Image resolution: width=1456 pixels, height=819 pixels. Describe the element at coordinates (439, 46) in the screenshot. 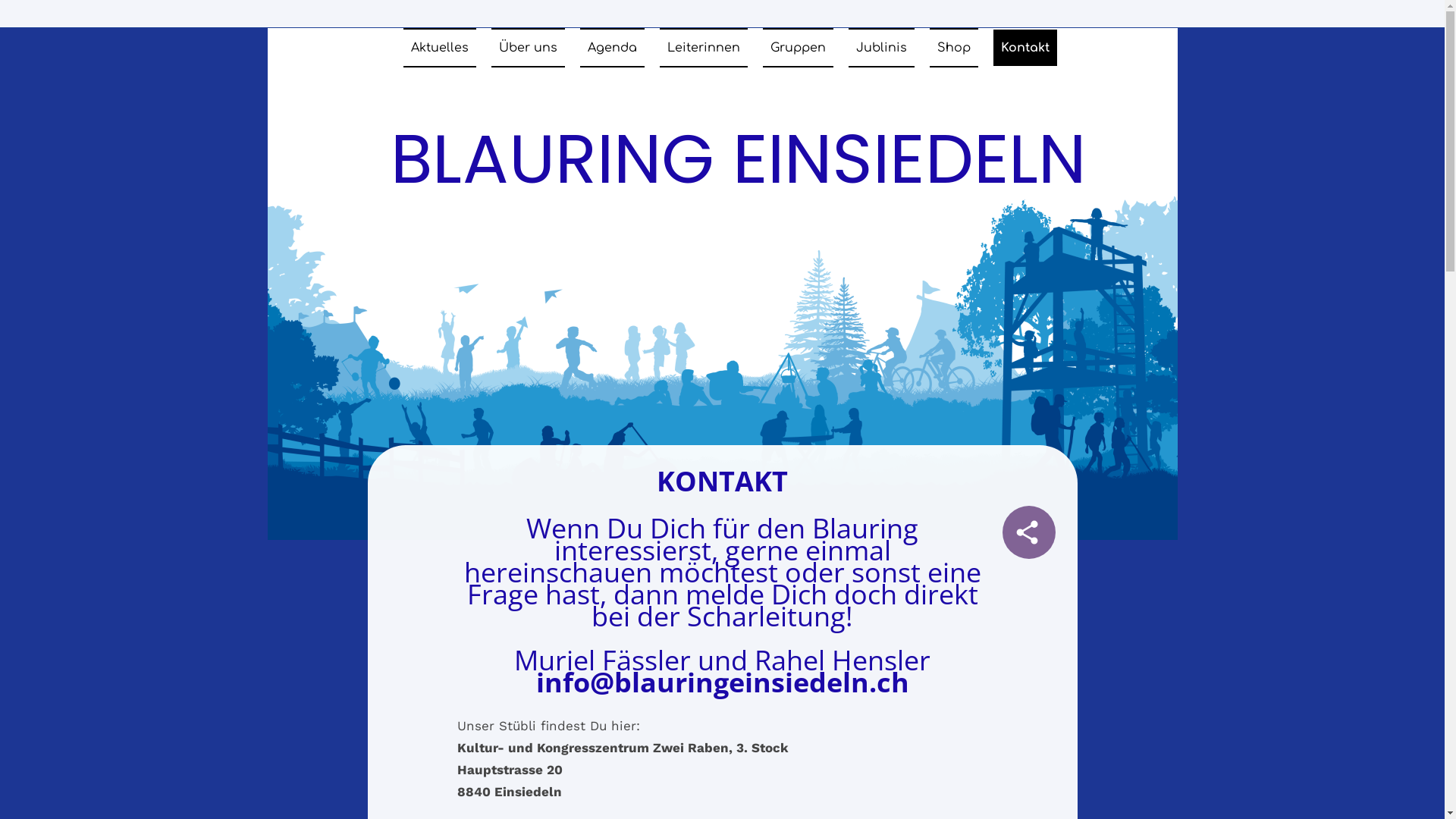

I see `'Aktuelles'` at that location.